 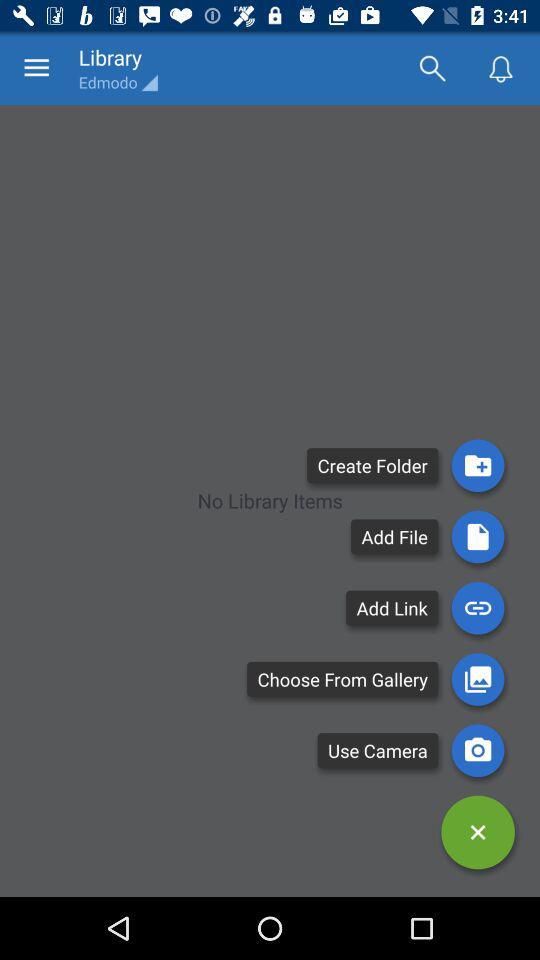 What do you see at coordinates (477, 607) in the screenshot?
I see `link` at bounding box center [477, 607].